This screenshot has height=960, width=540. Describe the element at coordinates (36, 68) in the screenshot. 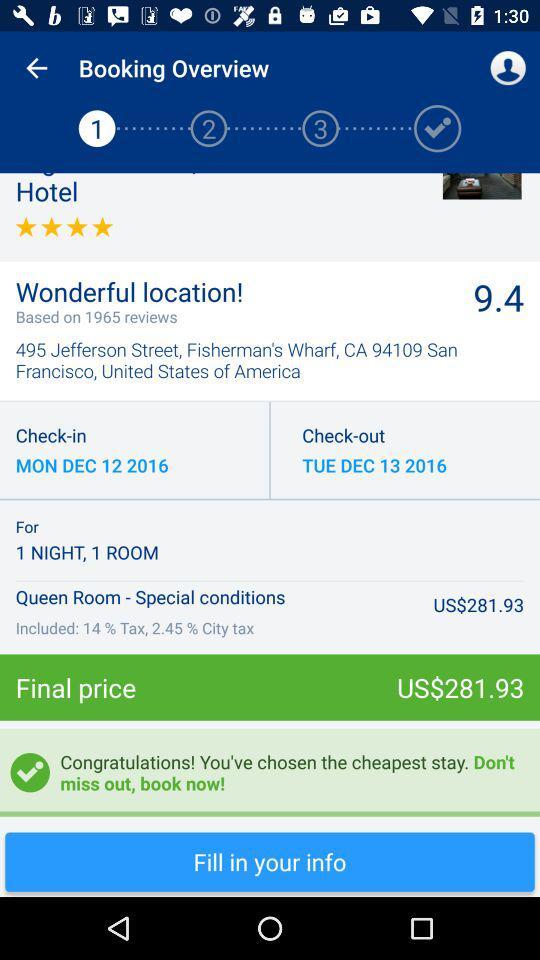

I see `icon to the left of the 1 icon` at that location.